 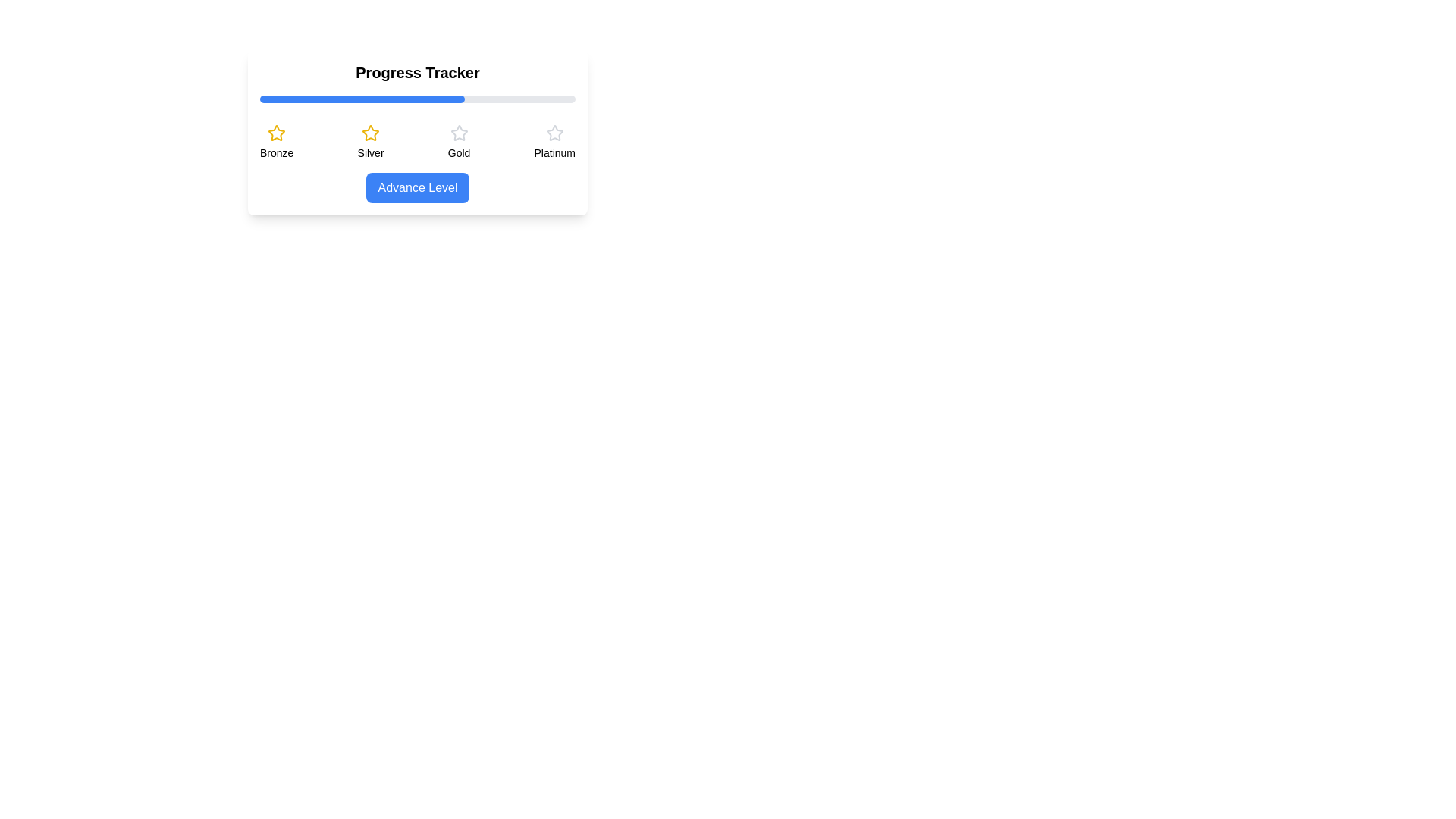 I want to click on the 'Silver' level informational display item, which is the second from the left in a group of four items below the progress indicator bar, so click(x=371, y=140).